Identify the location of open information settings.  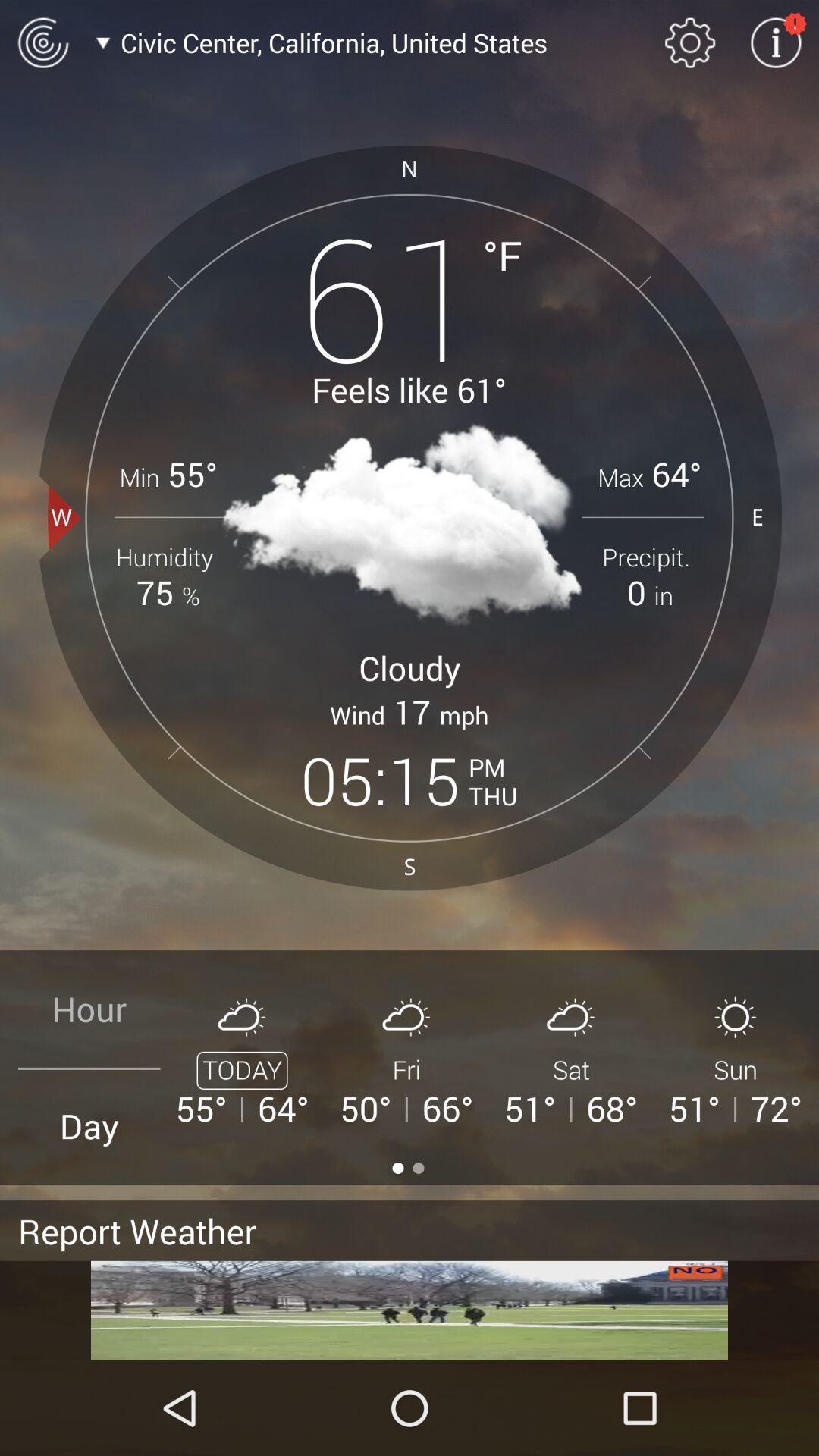
(776, 42).